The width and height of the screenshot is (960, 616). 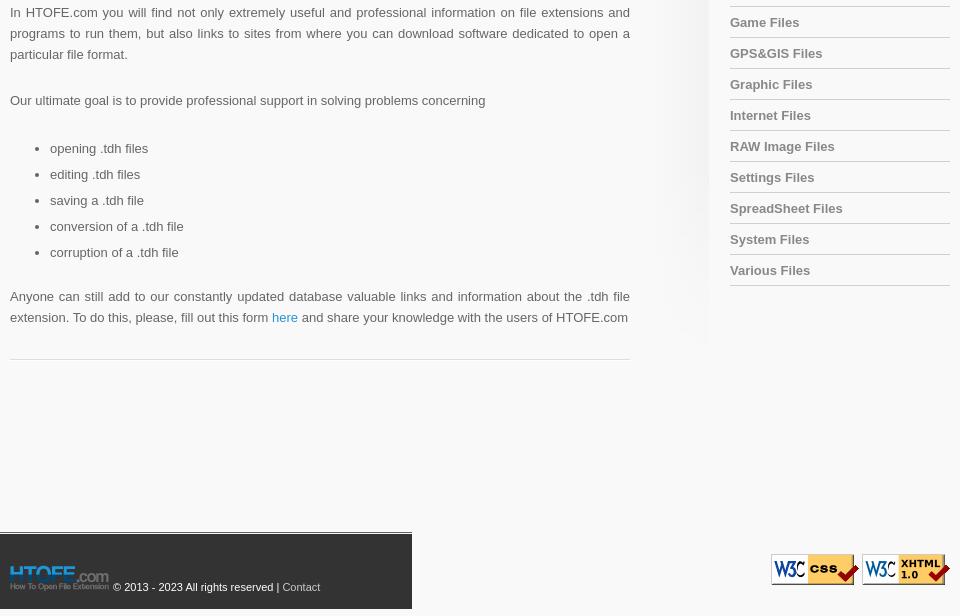 What do you see at coordinates (463, 316) in the screenshot?
I see `'and share your knowledge with the users of  HTOFE.com'` at bounding box center [463, 316].